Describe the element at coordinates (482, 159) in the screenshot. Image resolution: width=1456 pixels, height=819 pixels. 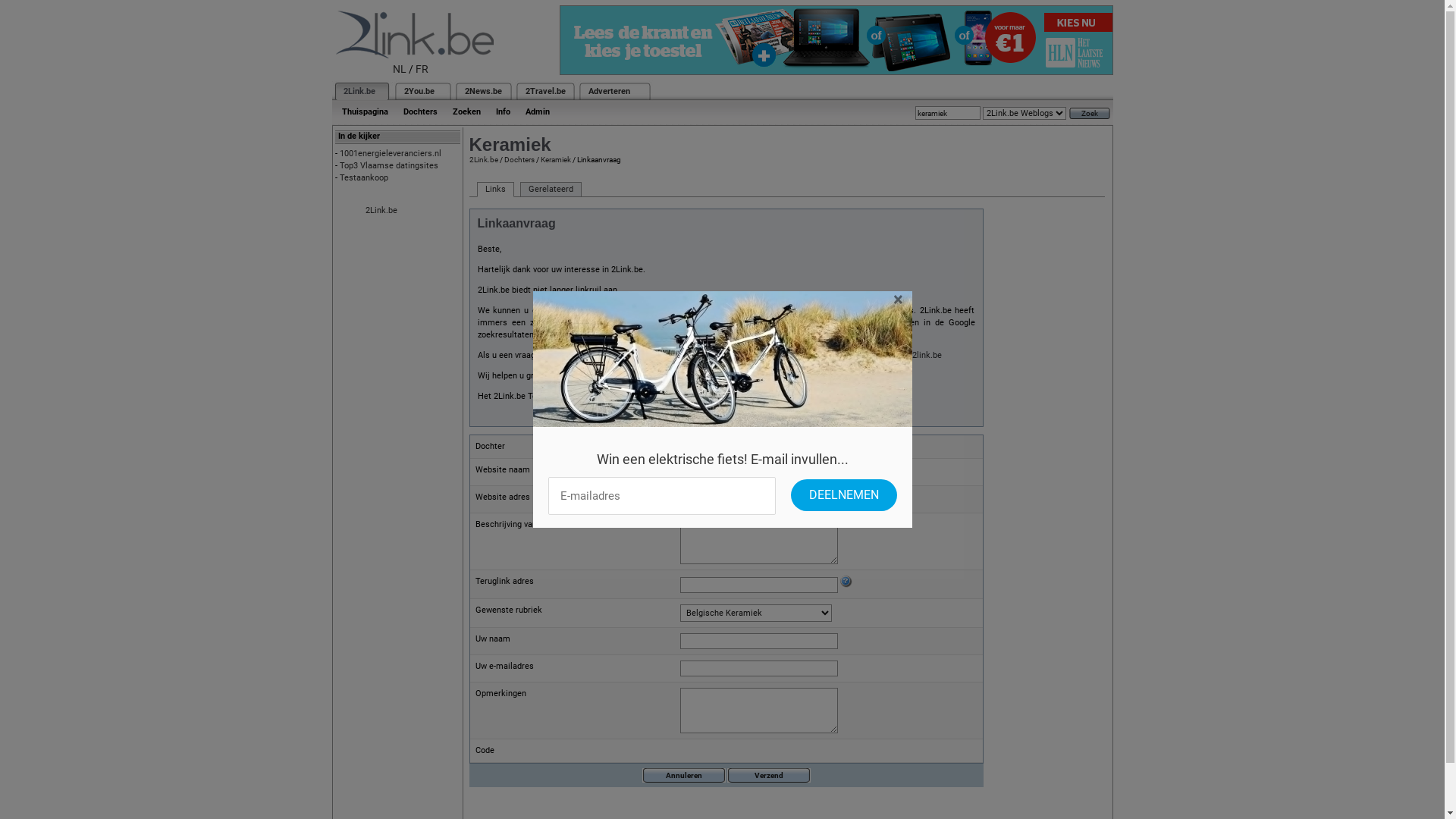
I see `'2Link.be'` at that location.